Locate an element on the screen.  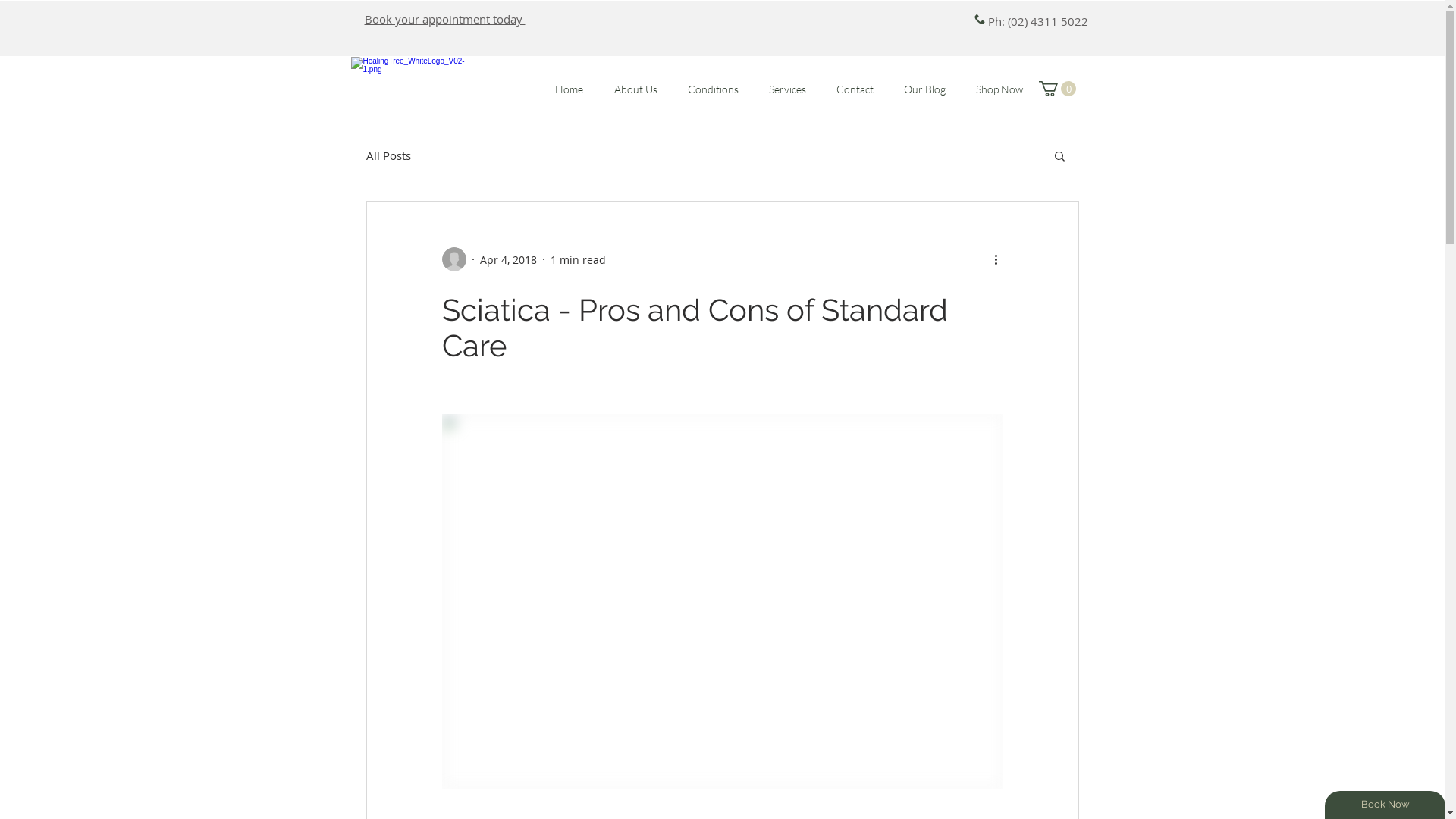
'All Posts' is located at coordinates (365, 155).